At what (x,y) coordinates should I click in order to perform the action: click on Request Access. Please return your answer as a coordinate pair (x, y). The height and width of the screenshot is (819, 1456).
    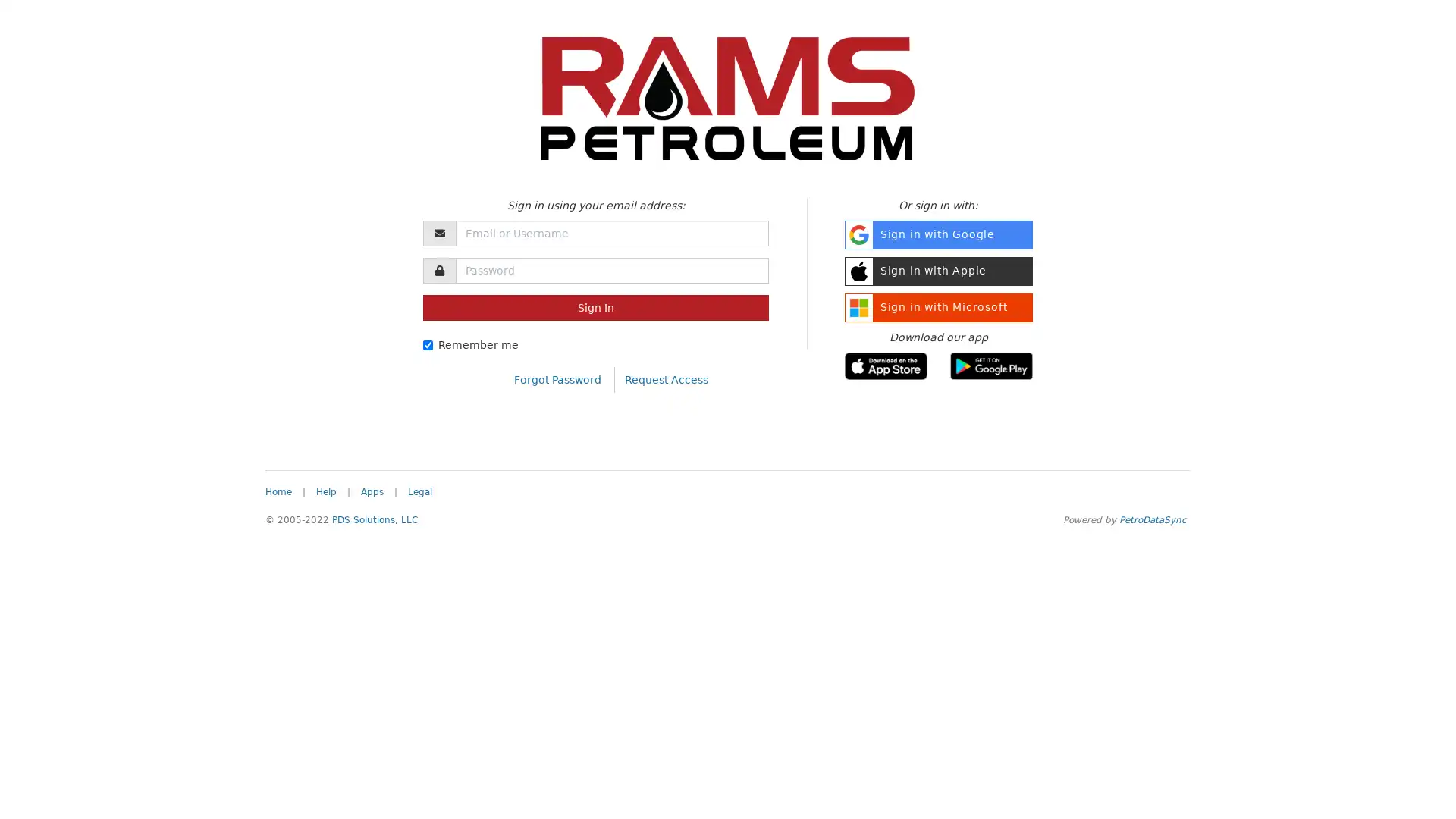
    Looking at the image, I should click on (666, 378).